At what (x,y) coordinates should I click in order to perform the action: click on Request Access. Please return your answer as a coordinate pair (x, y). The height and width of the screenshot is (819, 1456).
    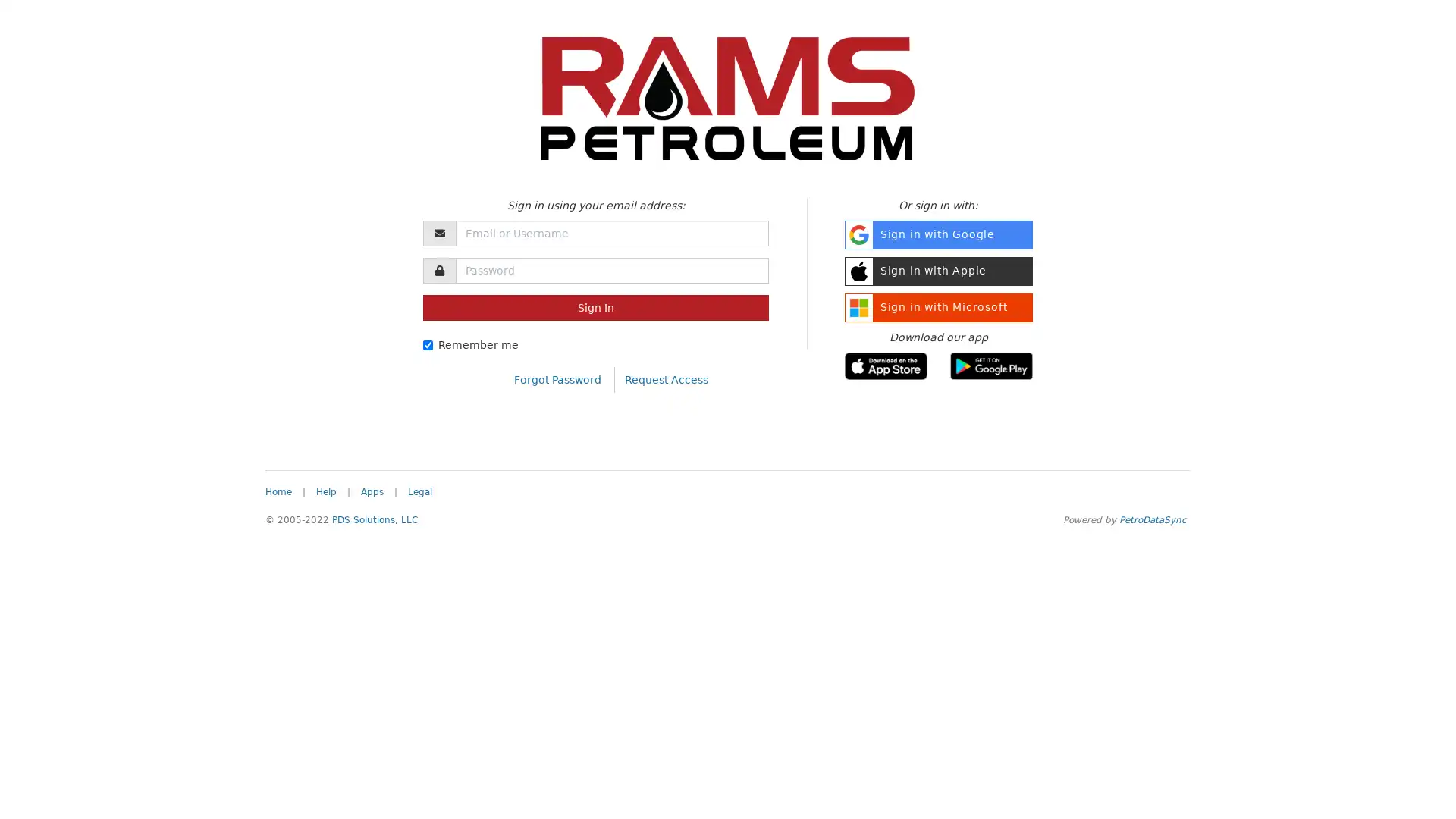
    Looking at the image, I should click on (666, 378).